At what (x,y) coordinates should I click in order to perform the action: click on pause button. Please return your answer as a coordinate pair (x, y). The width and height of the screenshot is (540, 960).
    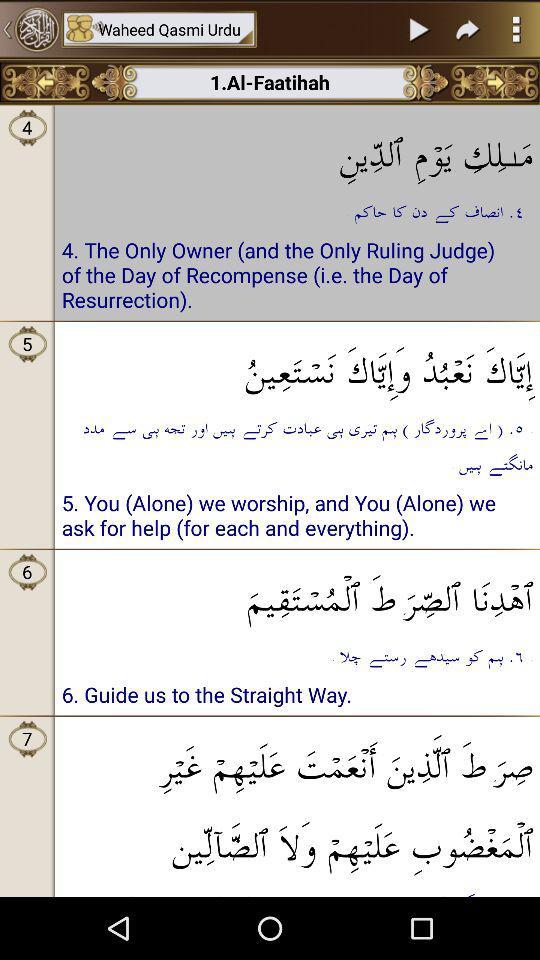
    Looking at the image, I should click on (419, 28).